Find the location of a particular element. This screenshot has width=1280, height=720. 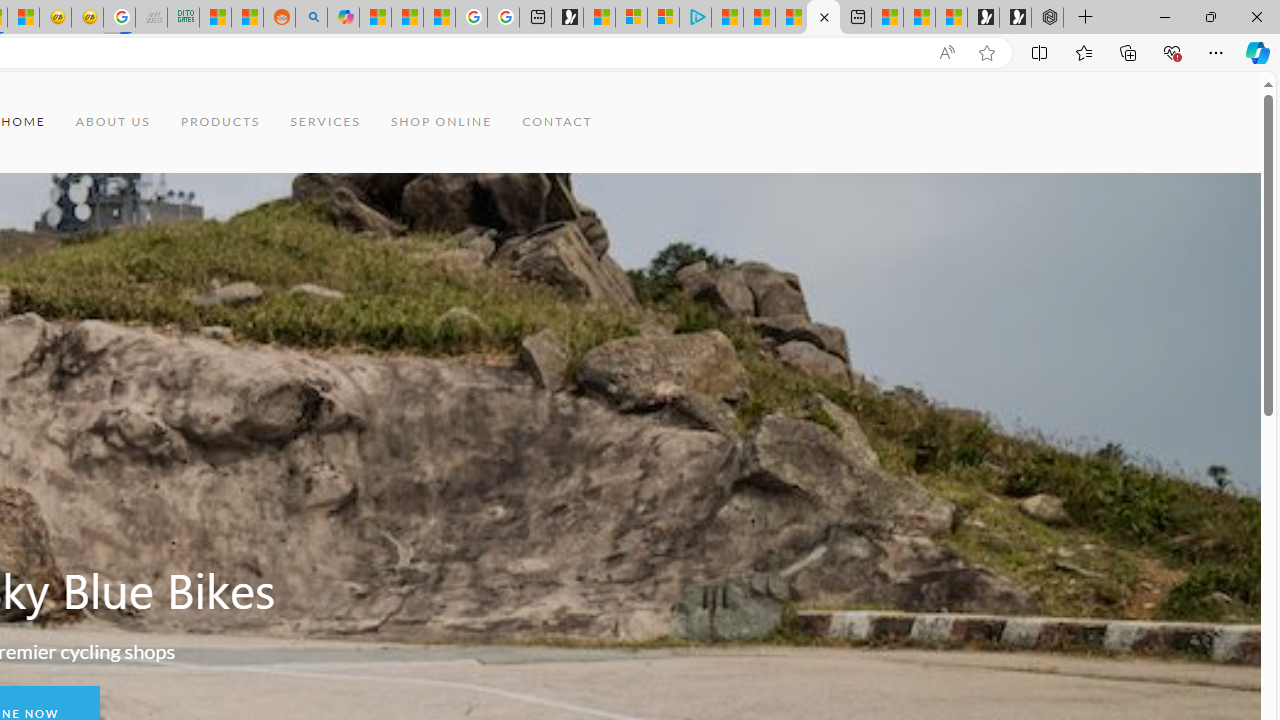

'SHOP ONLINE' is located at coordinates (440, 122).